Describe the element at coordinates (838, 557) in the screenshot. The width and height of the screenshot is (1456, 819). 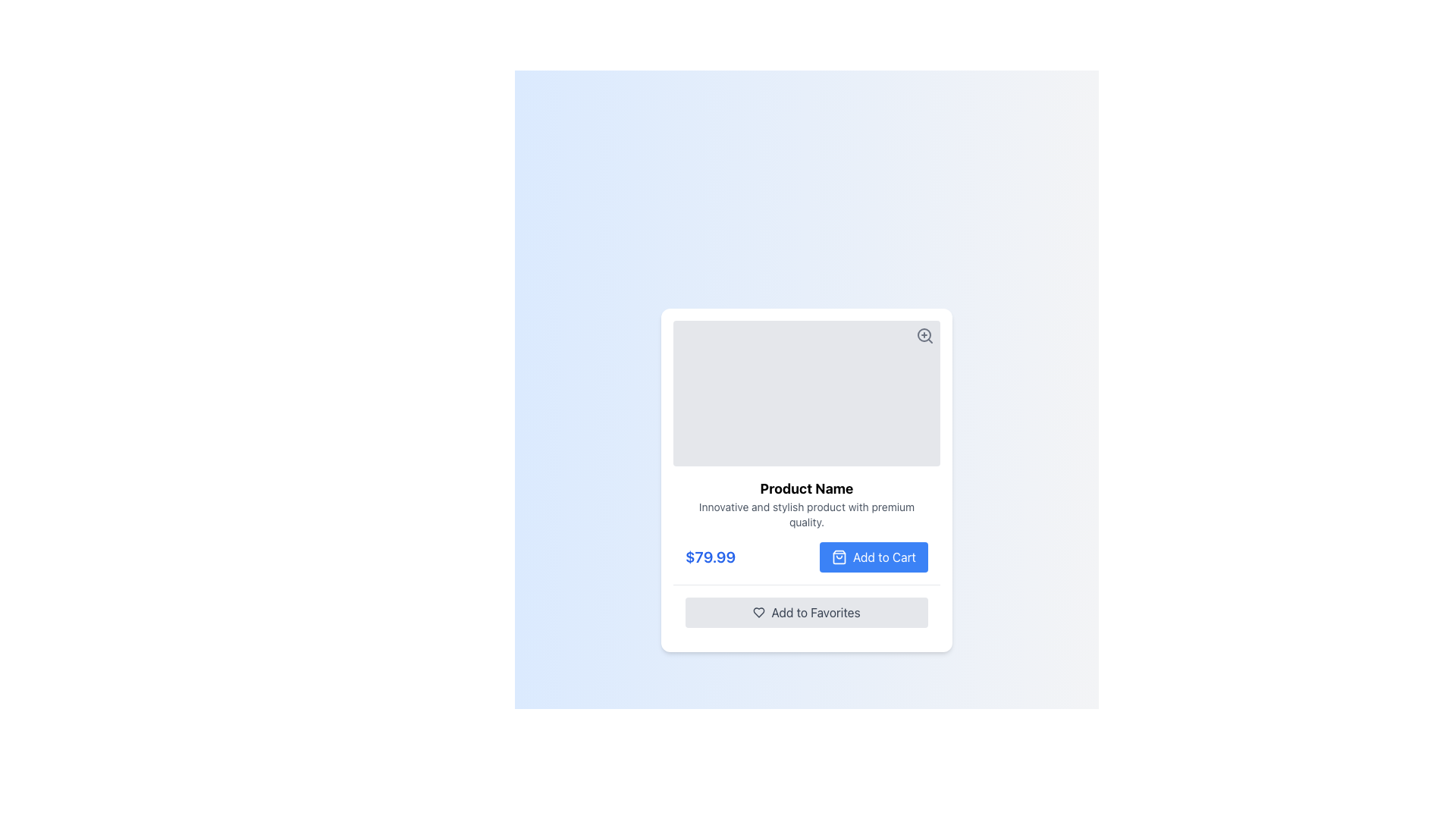
I see `the shopping bag icon located to the left of the 'Add to Cart' text within the blue rectangular button` at that location.